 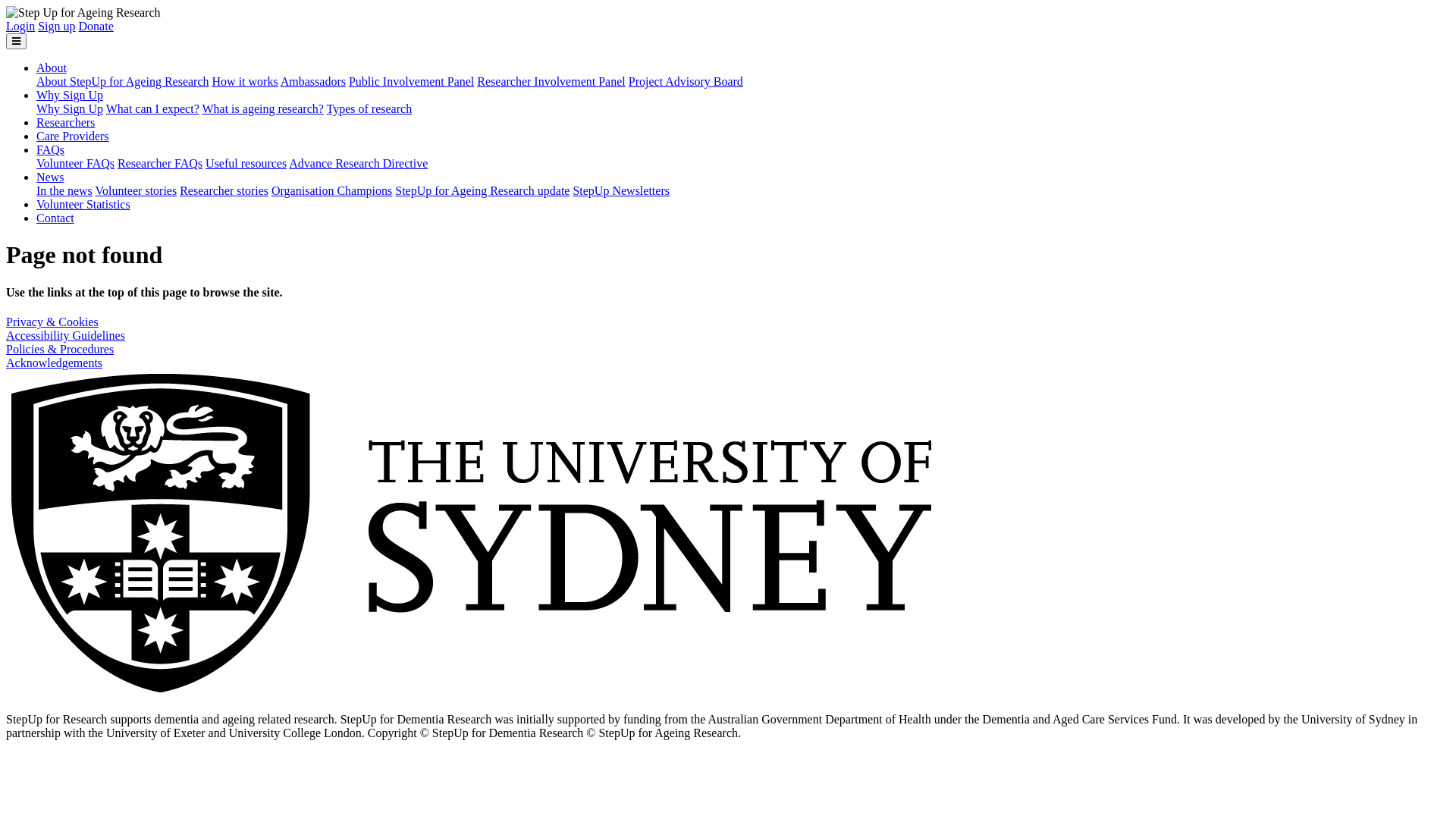 I want to click on 'Accessibility Guidelines', so click(x=6, y=334).